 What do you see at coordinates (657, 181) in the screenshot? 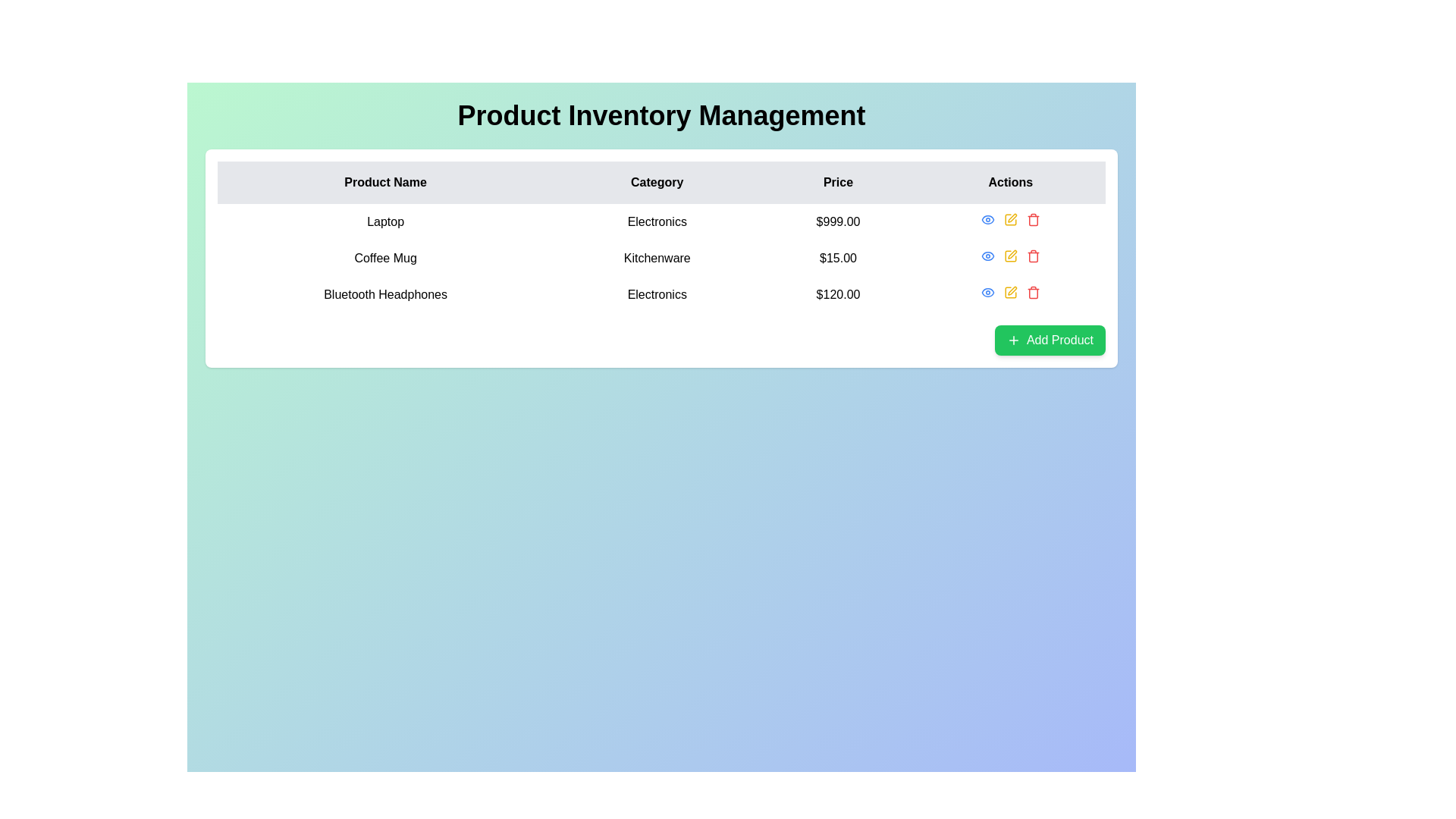
I see `the Table Header labeled 'Category', which is the second column header in a four-column table layout, positioned between 'Product Name' and 'Price'` at bounding box center [657, 181].